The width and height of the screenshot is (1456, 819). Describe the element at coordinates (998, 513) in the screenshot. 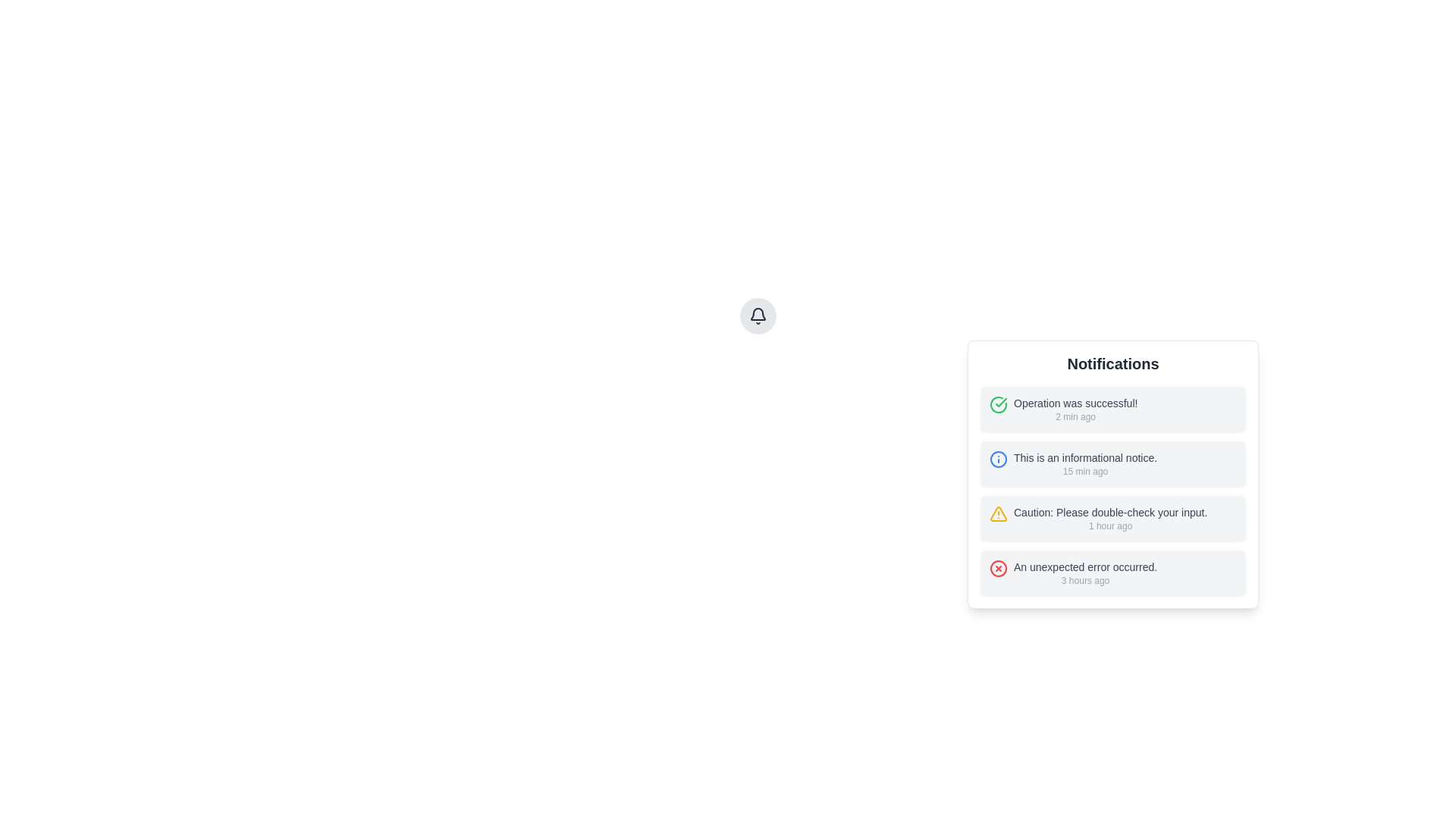

I see `the triangular warning icon with a yellow border located in the notifications panel beside the warning message 'Caution: Please double-check your input.'` at that location.